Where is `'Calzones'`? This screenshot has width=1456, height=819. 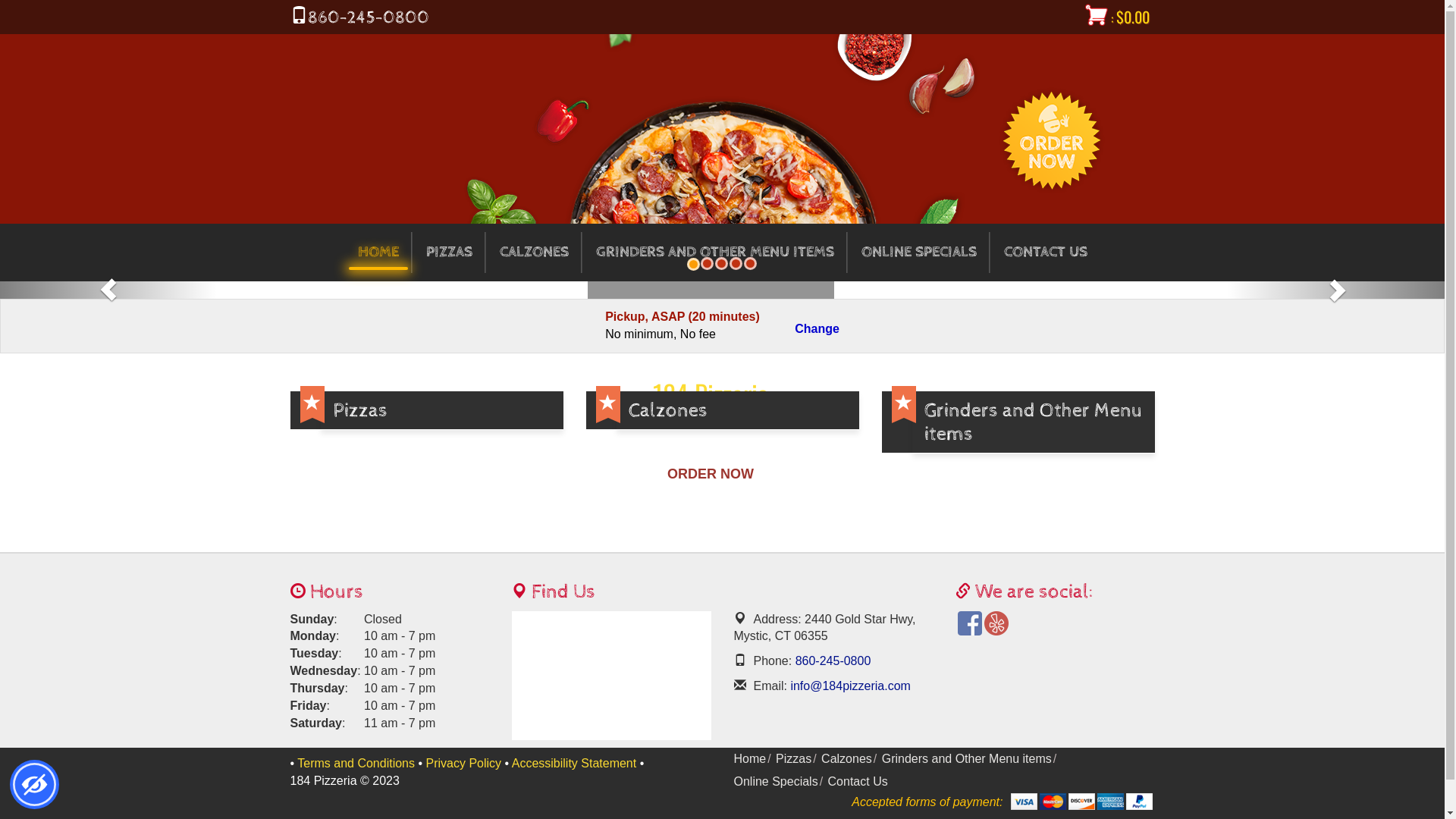
'Calzones' is located at coordinates (720, 410).